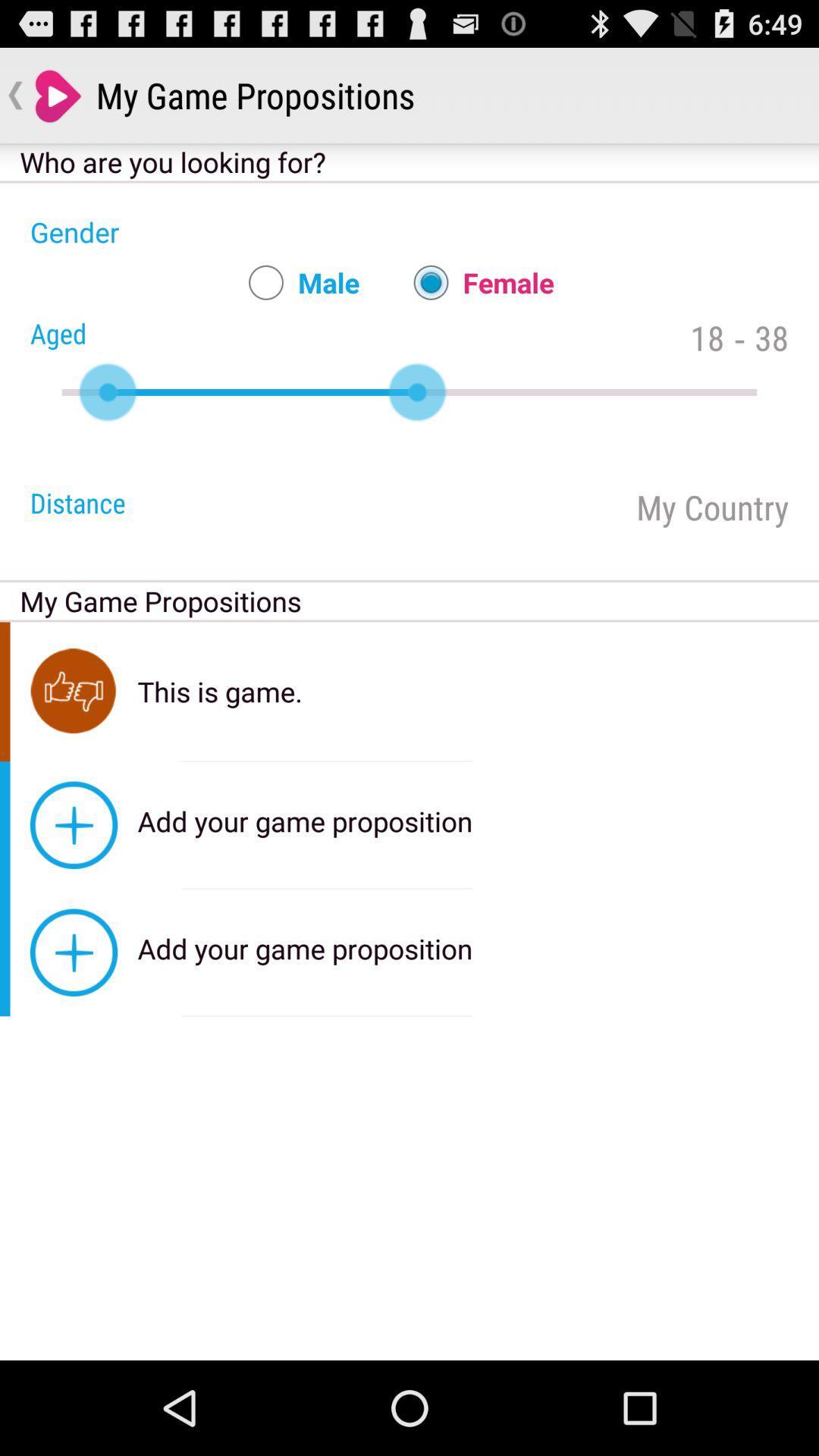 This screenshot has height=1456, width=819. What do you see at coordinates (55, 94) in the screenshot?
I see `the icon which is on top left corner` at bounding box center [55, 94].